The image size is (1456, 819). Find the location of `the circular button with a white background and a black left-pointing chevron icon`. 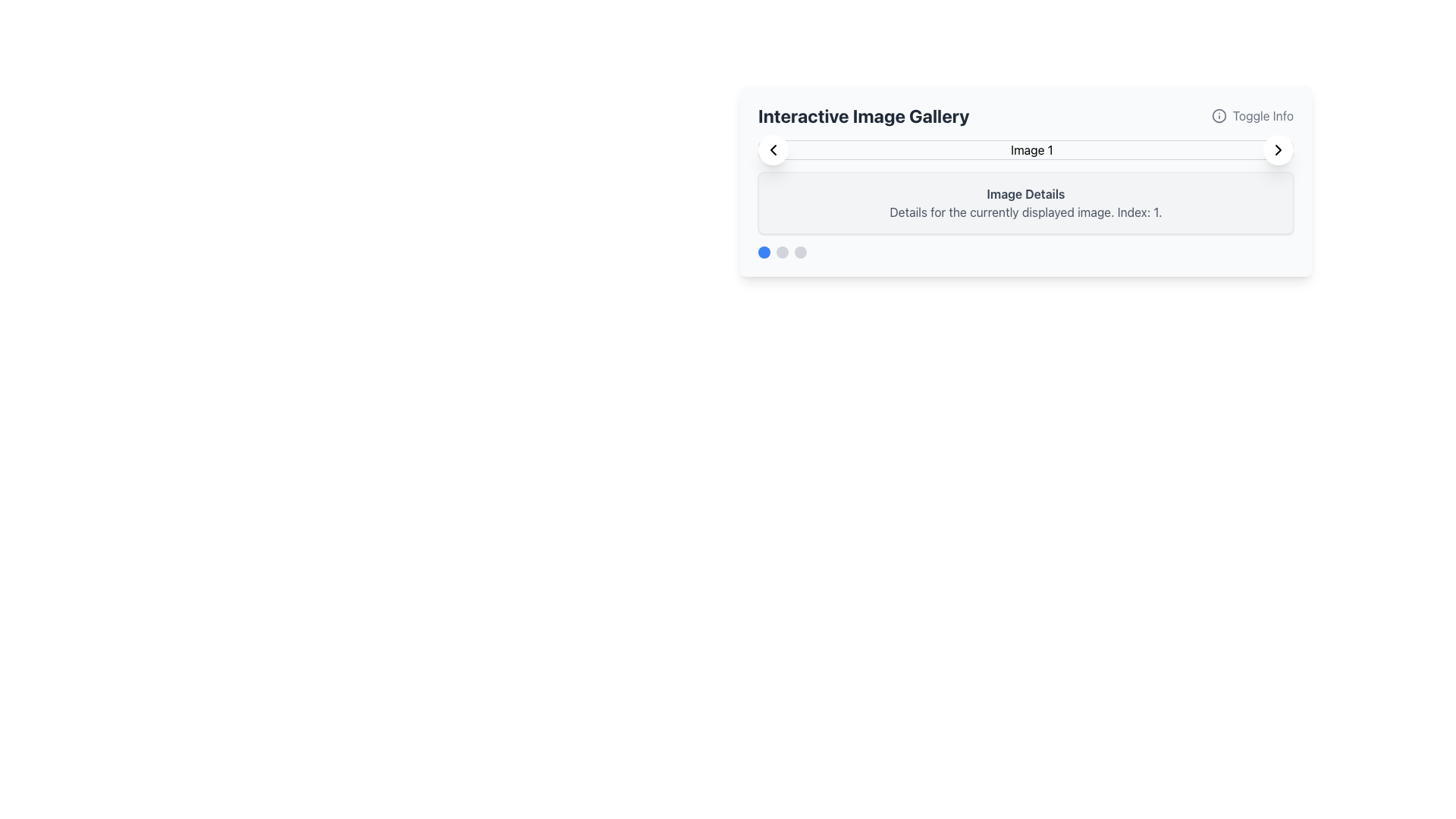

the circular button with a white background and a black left-pointing chevron icon is located at coordinates (773, 149).